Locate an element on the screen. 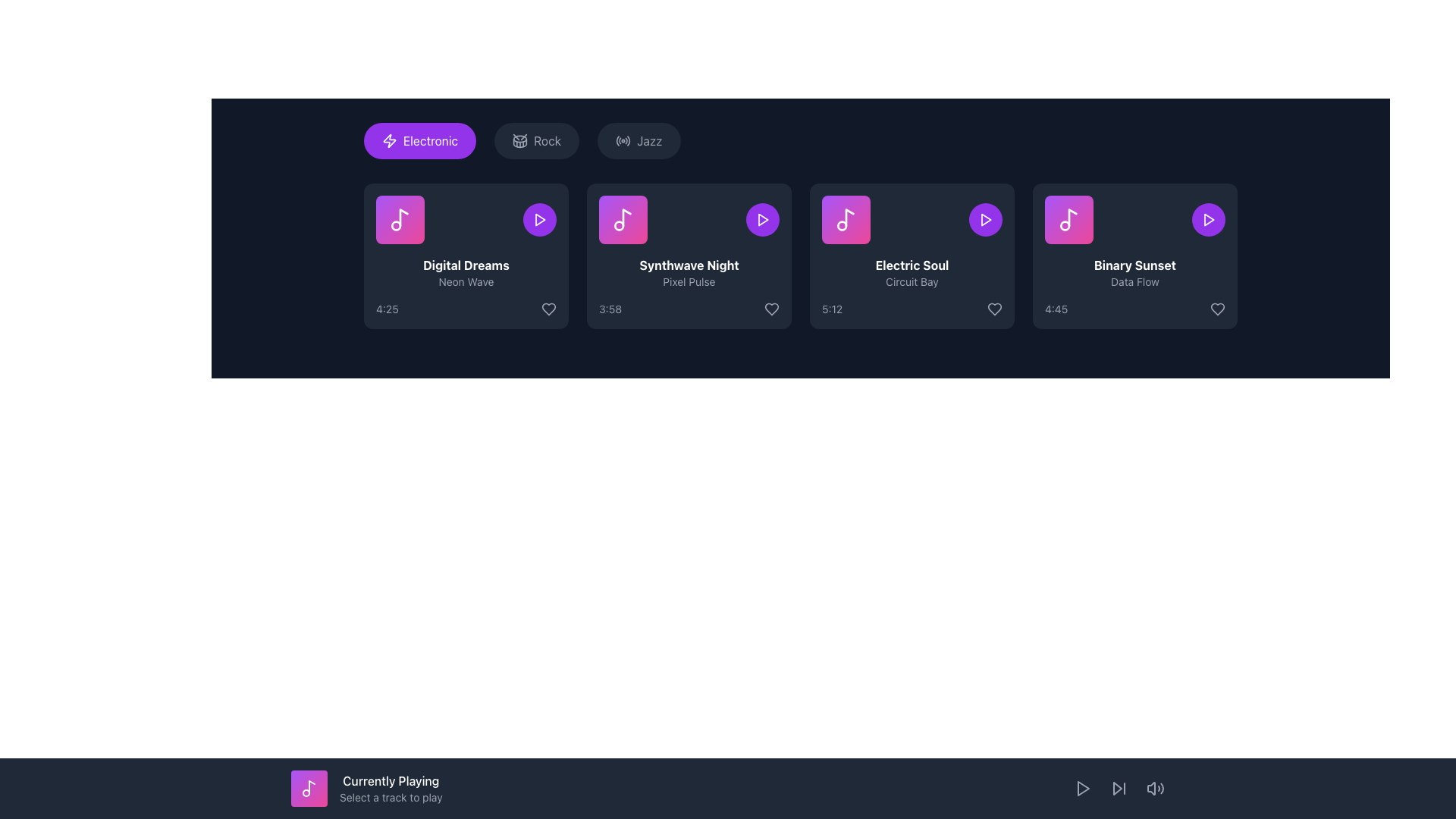 Image resolution: width=1456 pixels, height=819 pixels. the heart-shaped like button located at the bottom-right corner of the 'Synthwave Night' card to like the song is located at coordinates (771, 309).